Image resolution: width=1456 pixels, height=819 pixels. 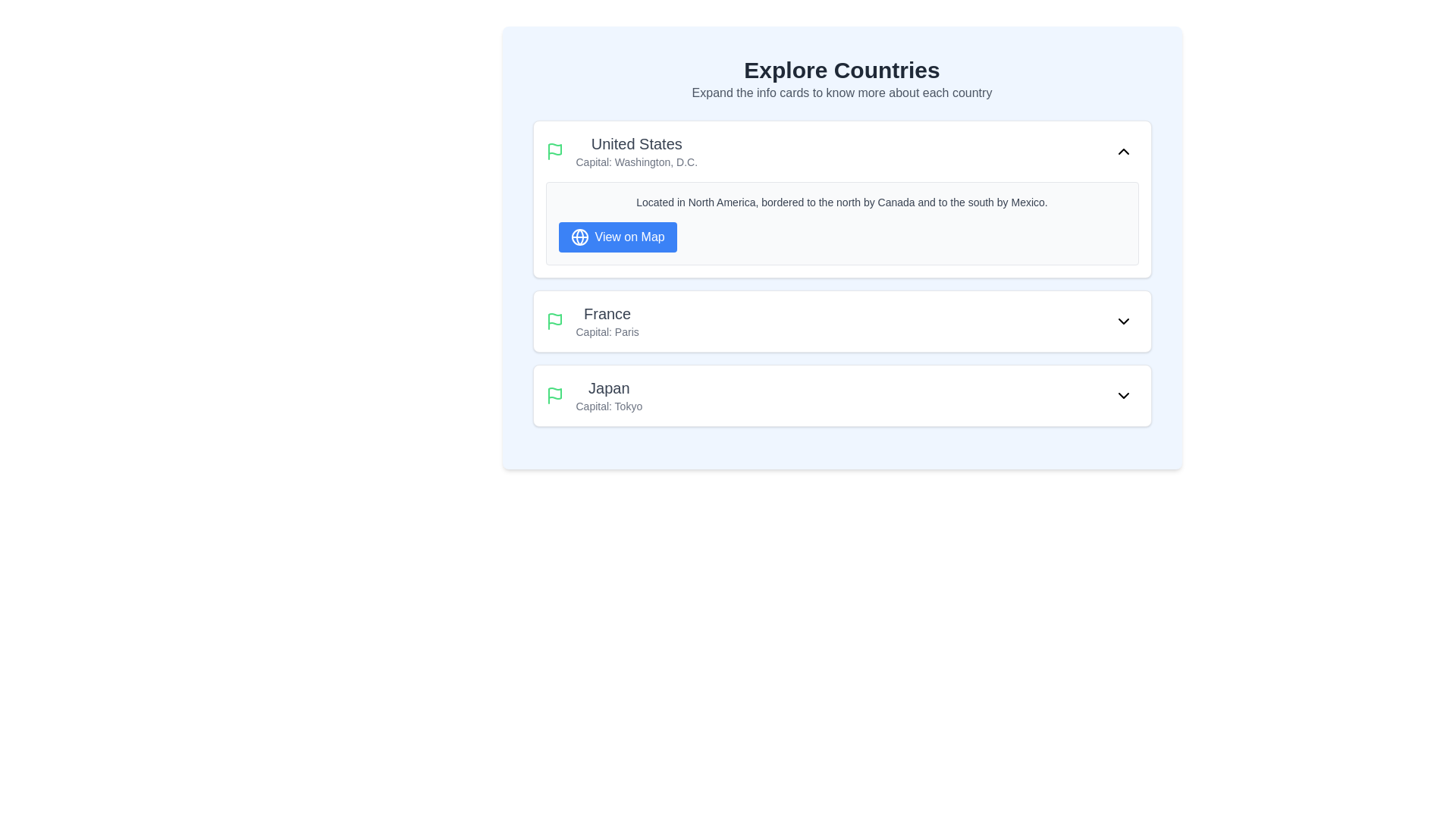 What do you see at coordinates (579, 237) in the screenshot?
I see `the SVG Circle element that visually represents a globe icon, located within the 'View on Map' button of the 'United States' panel` at bounding box center [579, 237].